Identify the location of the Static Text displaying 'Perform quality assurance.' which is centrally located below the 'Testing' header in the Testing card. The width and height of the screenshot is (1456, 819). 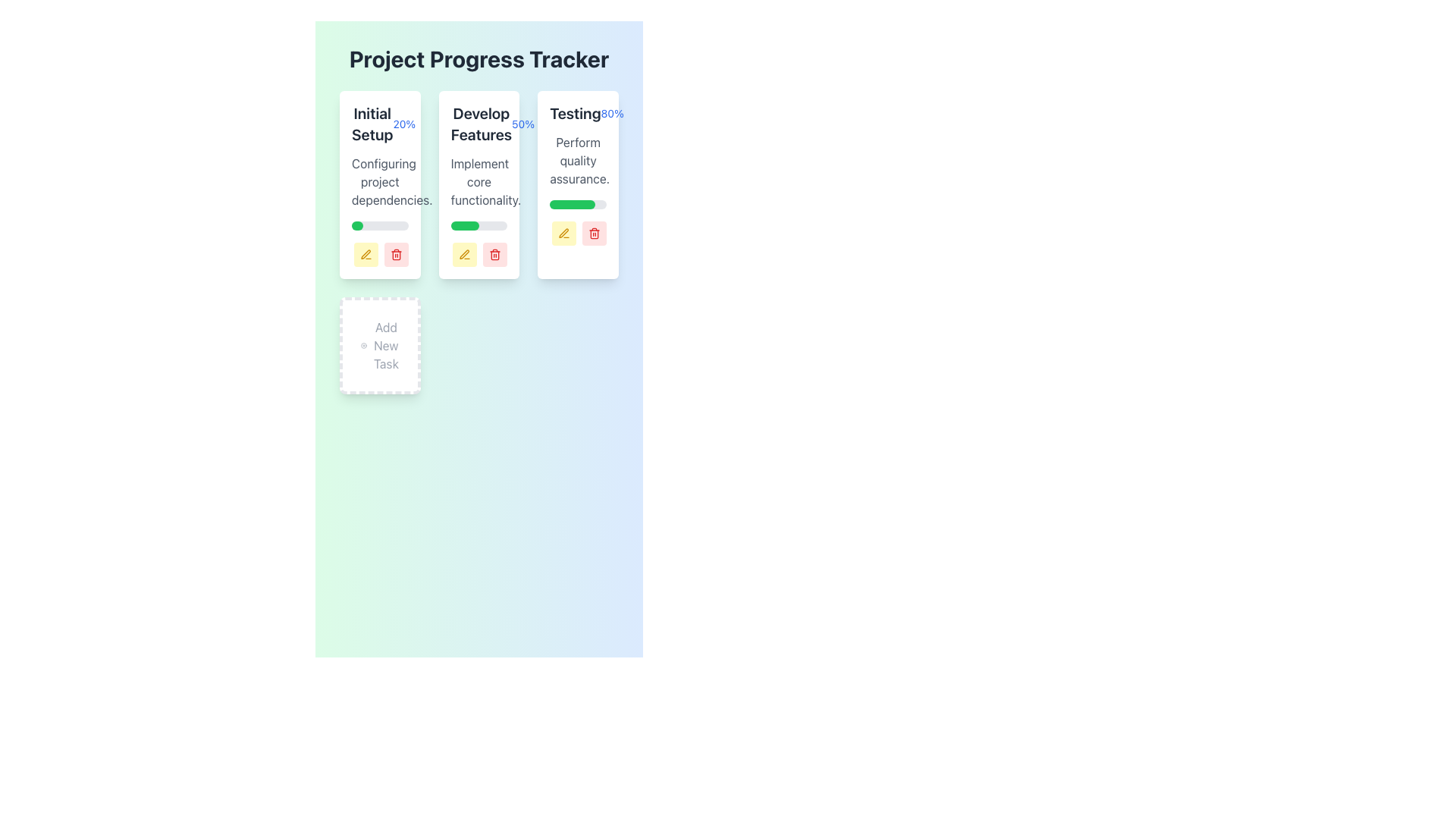
(577, 161).